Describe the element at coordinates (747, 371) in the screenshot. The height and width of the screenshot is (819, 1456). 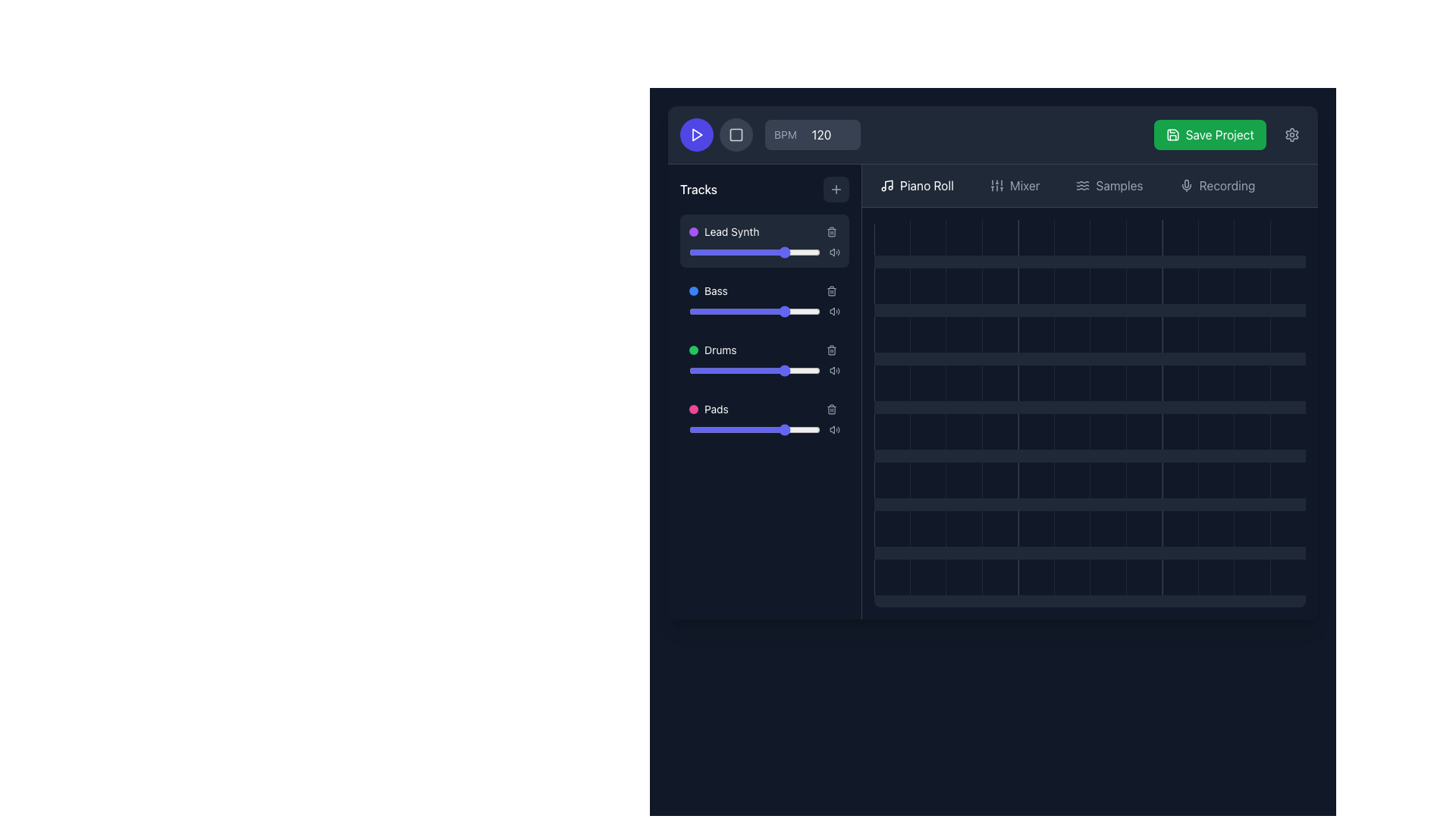
I see `the slider value` at that location.